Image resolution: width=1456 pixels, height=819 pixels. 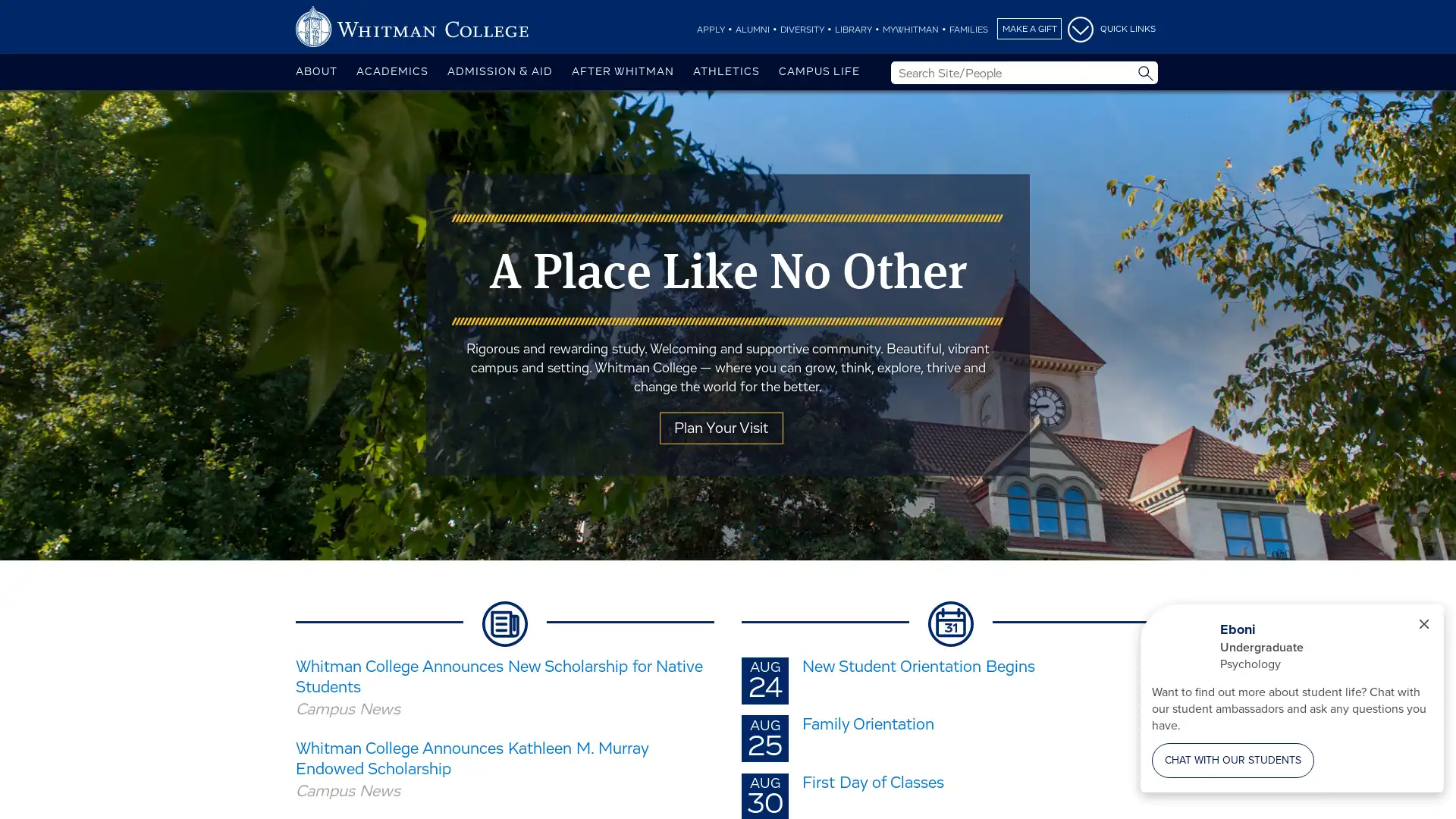 What do you see at coordinates (1146, 72) in the screenshot?
I see `Submit Search` at bounding box center [1146, 72].